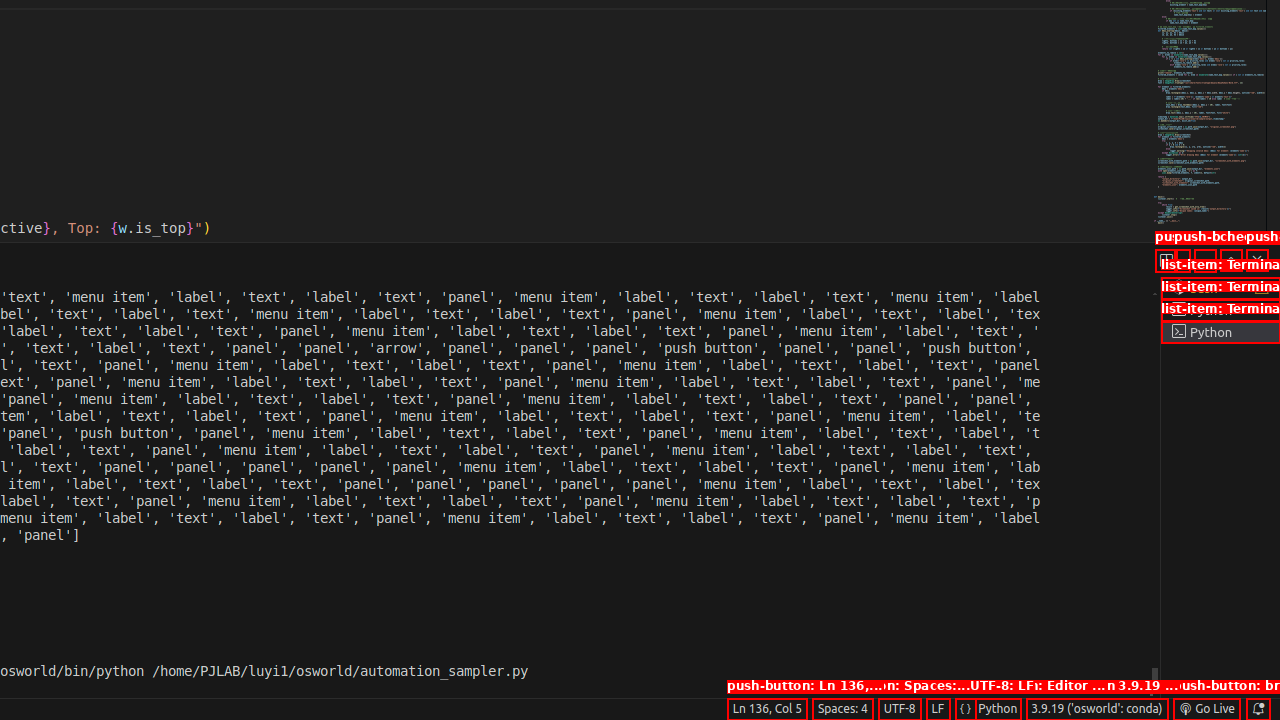 This screenshot has height=720, width=1280. I want to click on 'New Terminal (Ctrl+Shift+`) [Alt] Split Terminal (Ctrl+Shift+5)', so click(1165, 259).